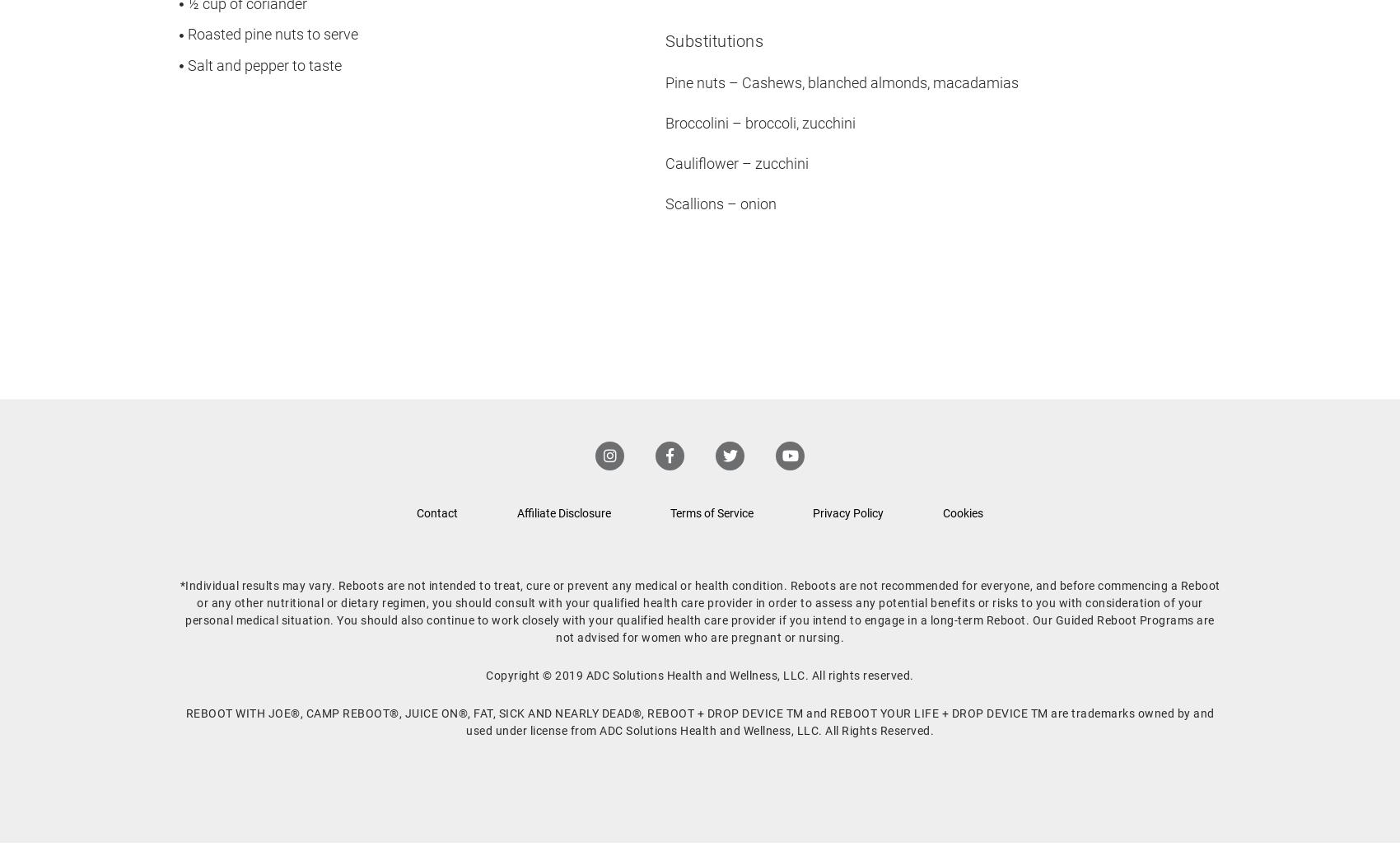 The height and width of the screenshot is (856, 1400). I want to click on 'Cookies', so click(963, 512).